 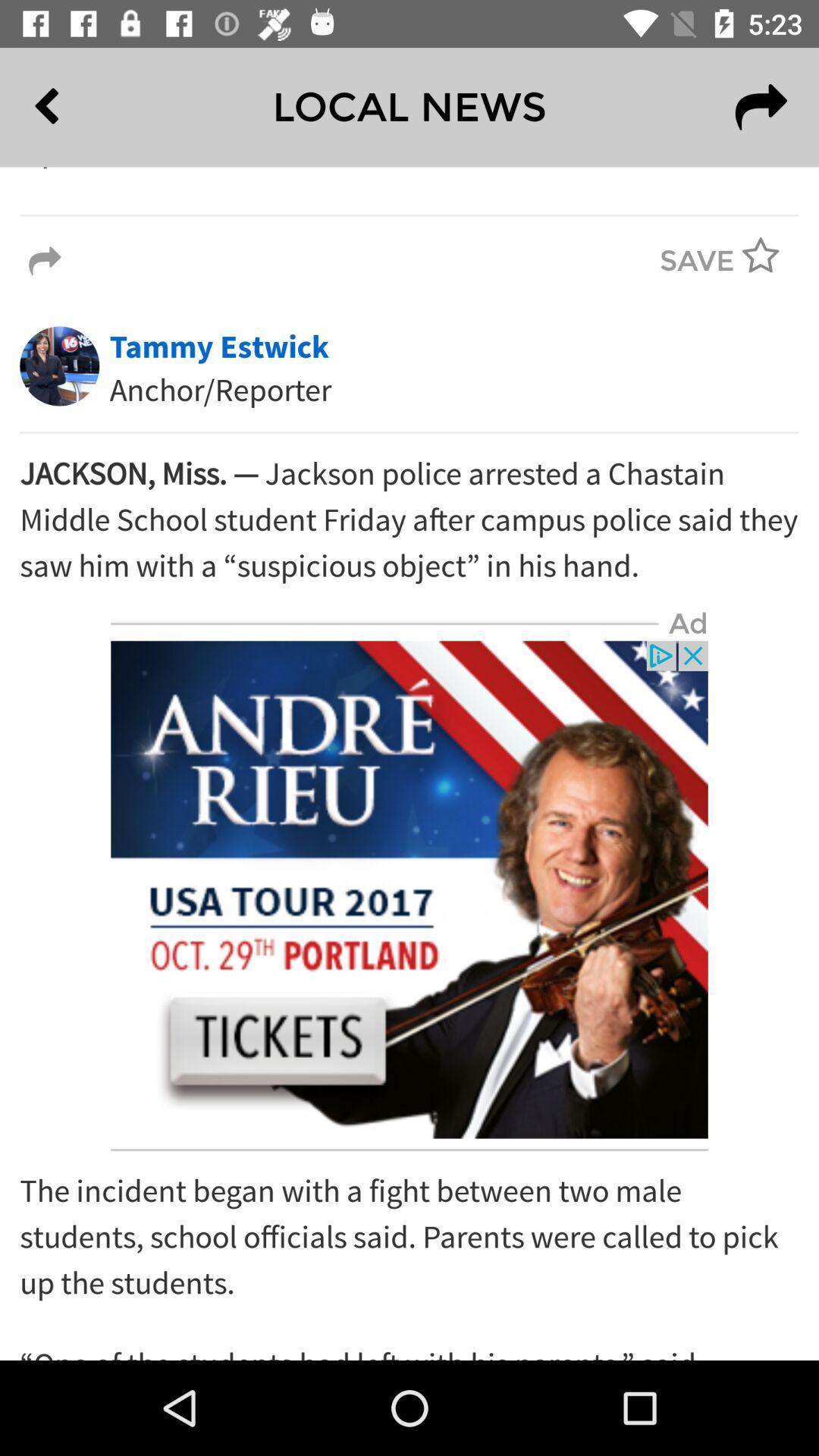 I want to click on image link to advertisement, so click(x=409, y=890).